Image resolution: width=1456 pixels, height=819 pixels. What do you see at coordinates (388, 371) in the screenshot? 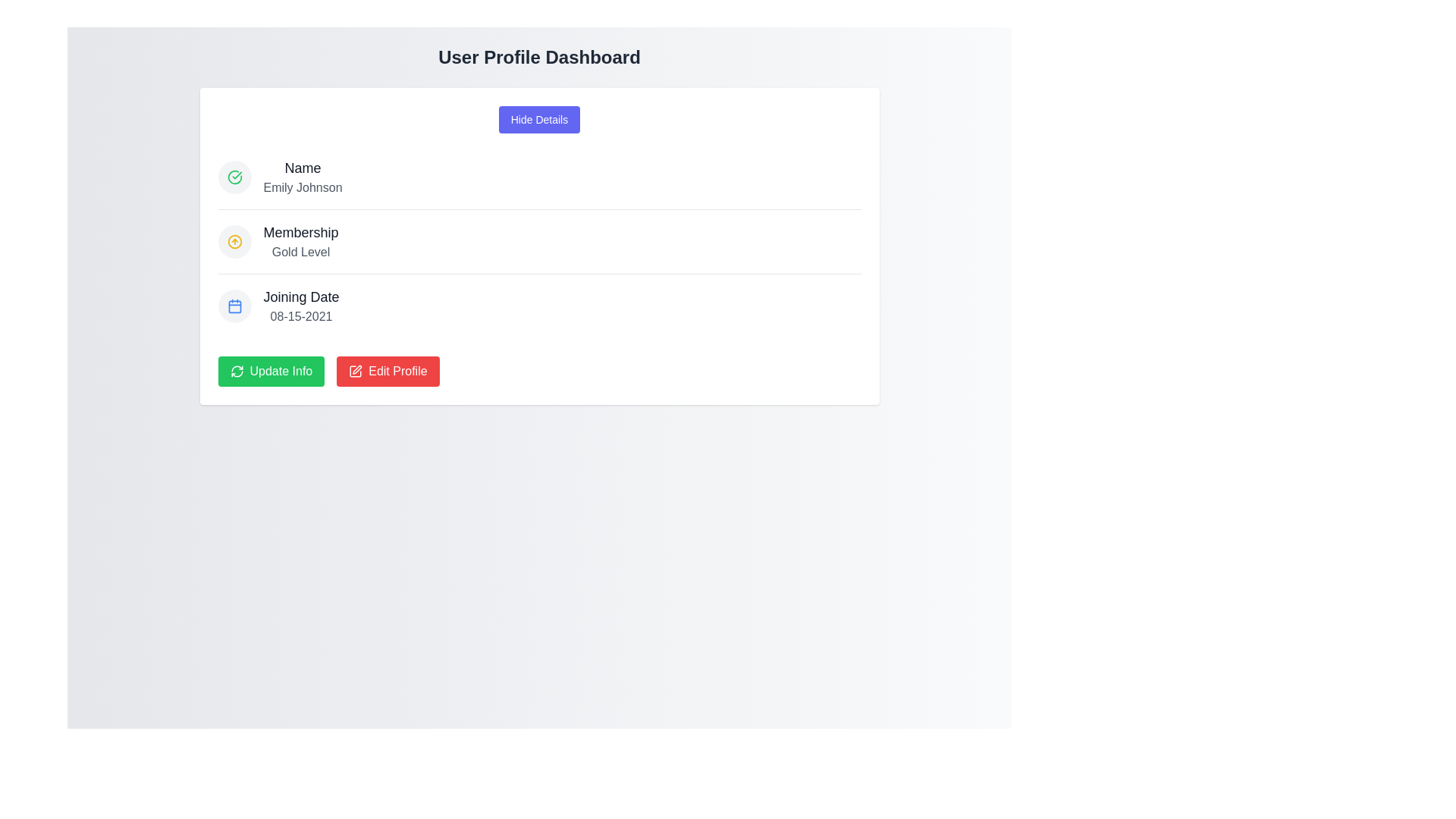
I see `the profile editing button located to the right of the 'Update Info' button in the user profile card to apply the hover style` at bounding box center [388, 371].